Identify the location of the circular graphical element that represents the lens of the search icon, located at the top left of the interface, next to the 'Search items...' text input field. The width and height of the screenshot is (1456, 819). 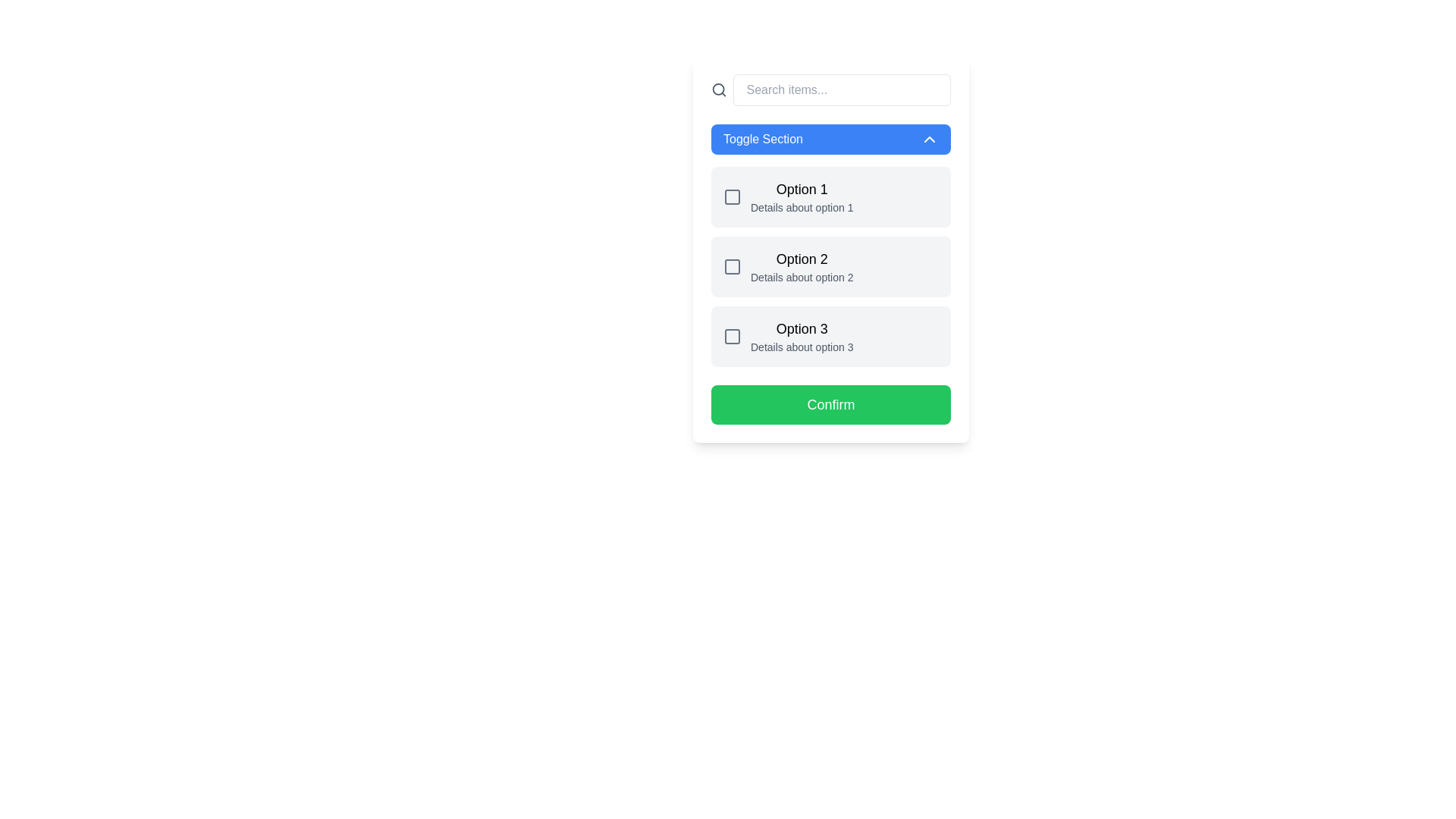
(717, 89).